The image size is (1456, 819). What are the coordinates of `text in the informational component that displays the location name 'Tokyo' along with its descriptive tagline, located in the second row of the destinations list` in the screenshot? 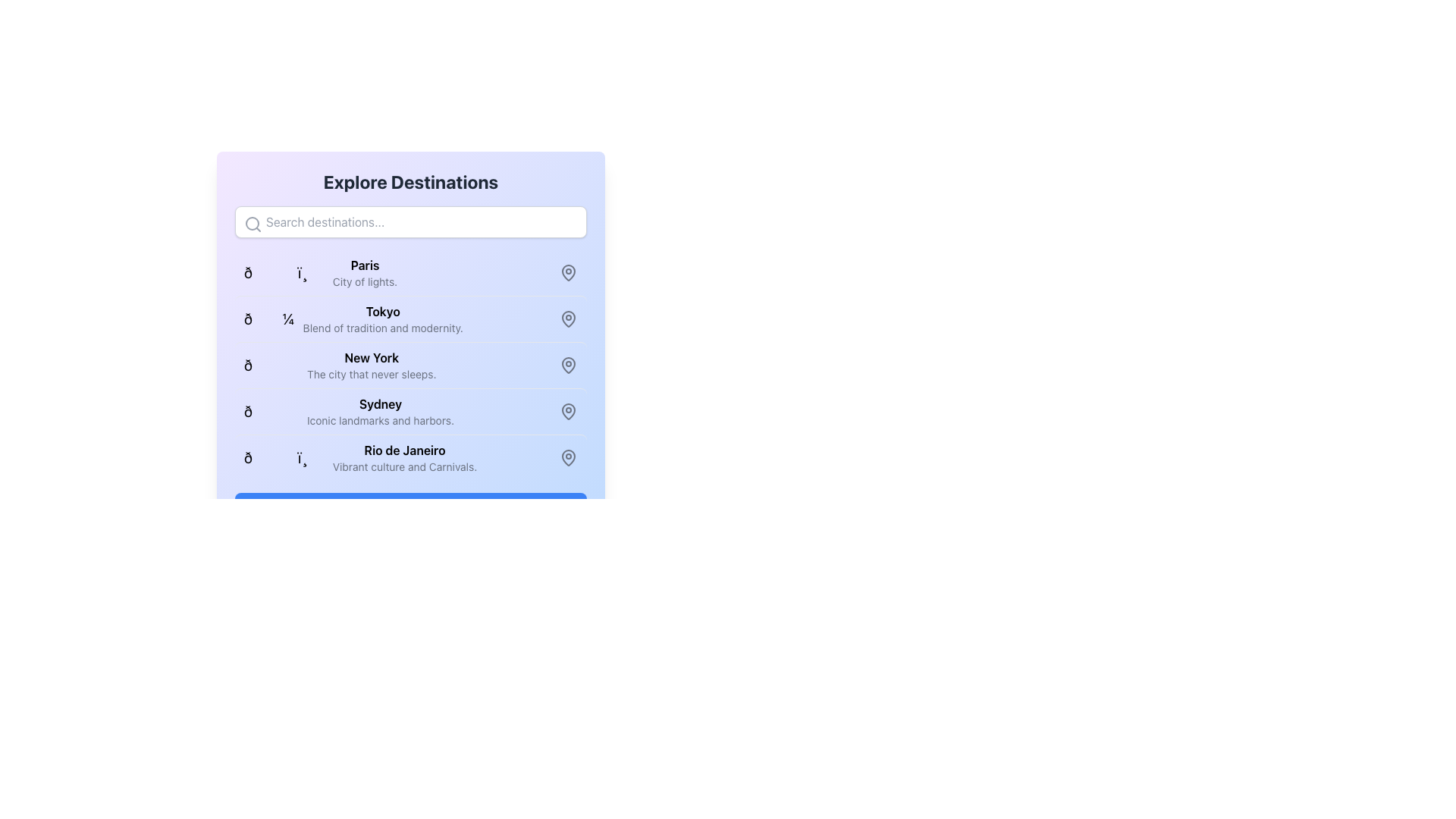 It's located at (383, 318).